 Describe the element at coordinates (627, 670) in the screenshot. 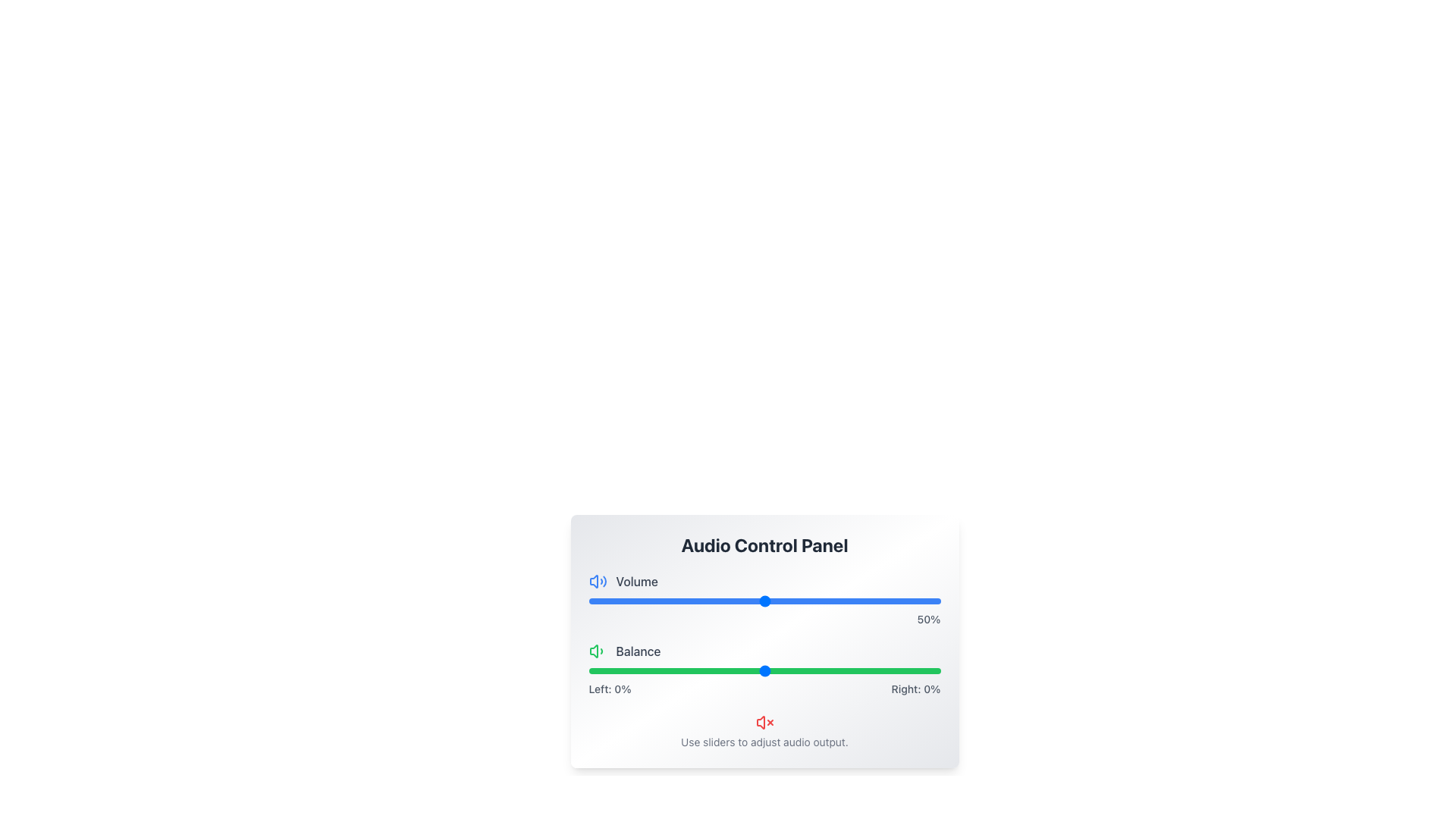

I see `the balance` at that location.